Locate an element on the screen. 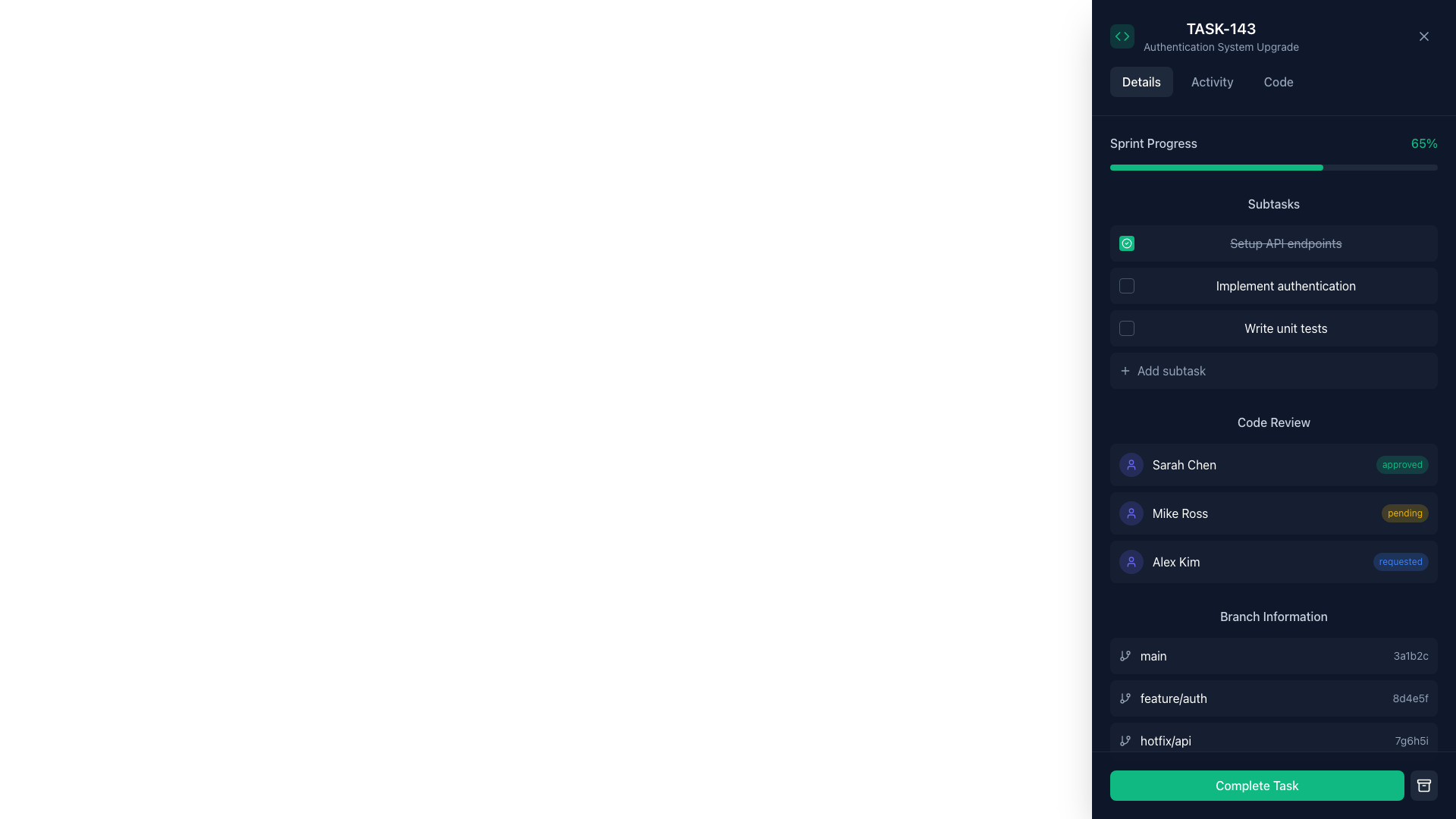  progress value is located at coordinates (1427, 167).